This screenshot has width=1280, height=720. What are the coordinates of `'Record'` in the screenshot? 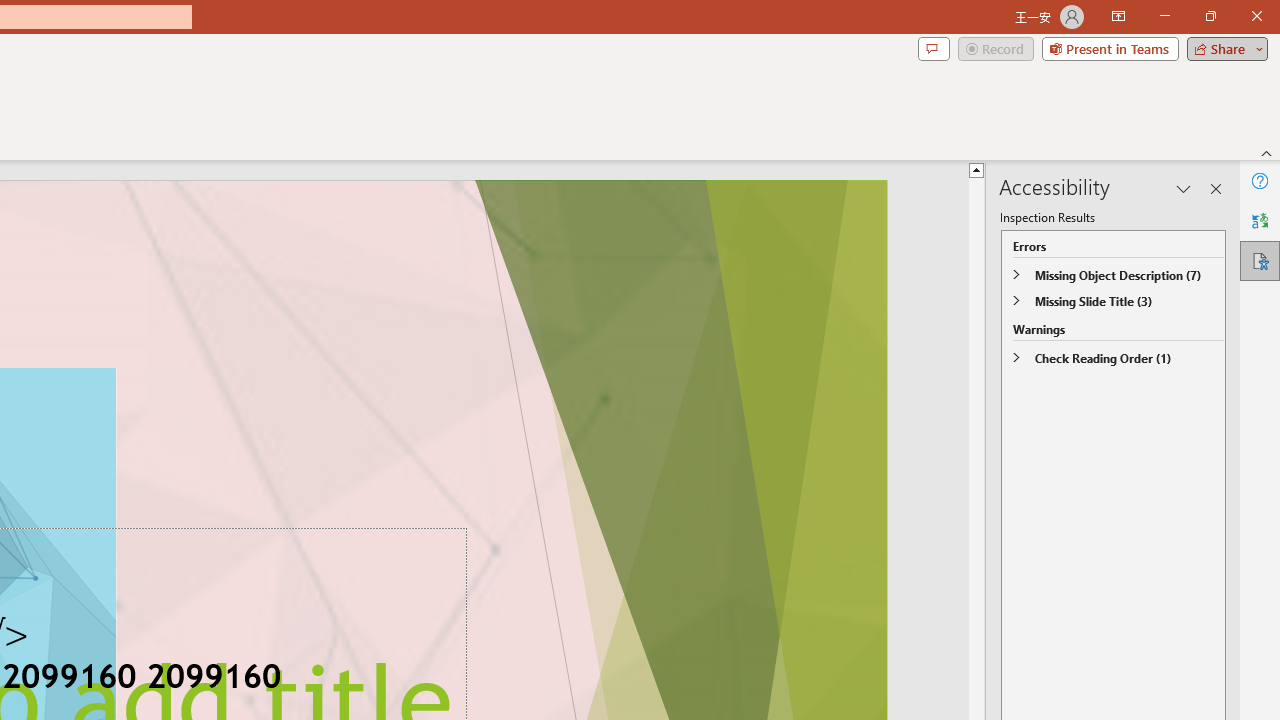 It's located at (995, 47).